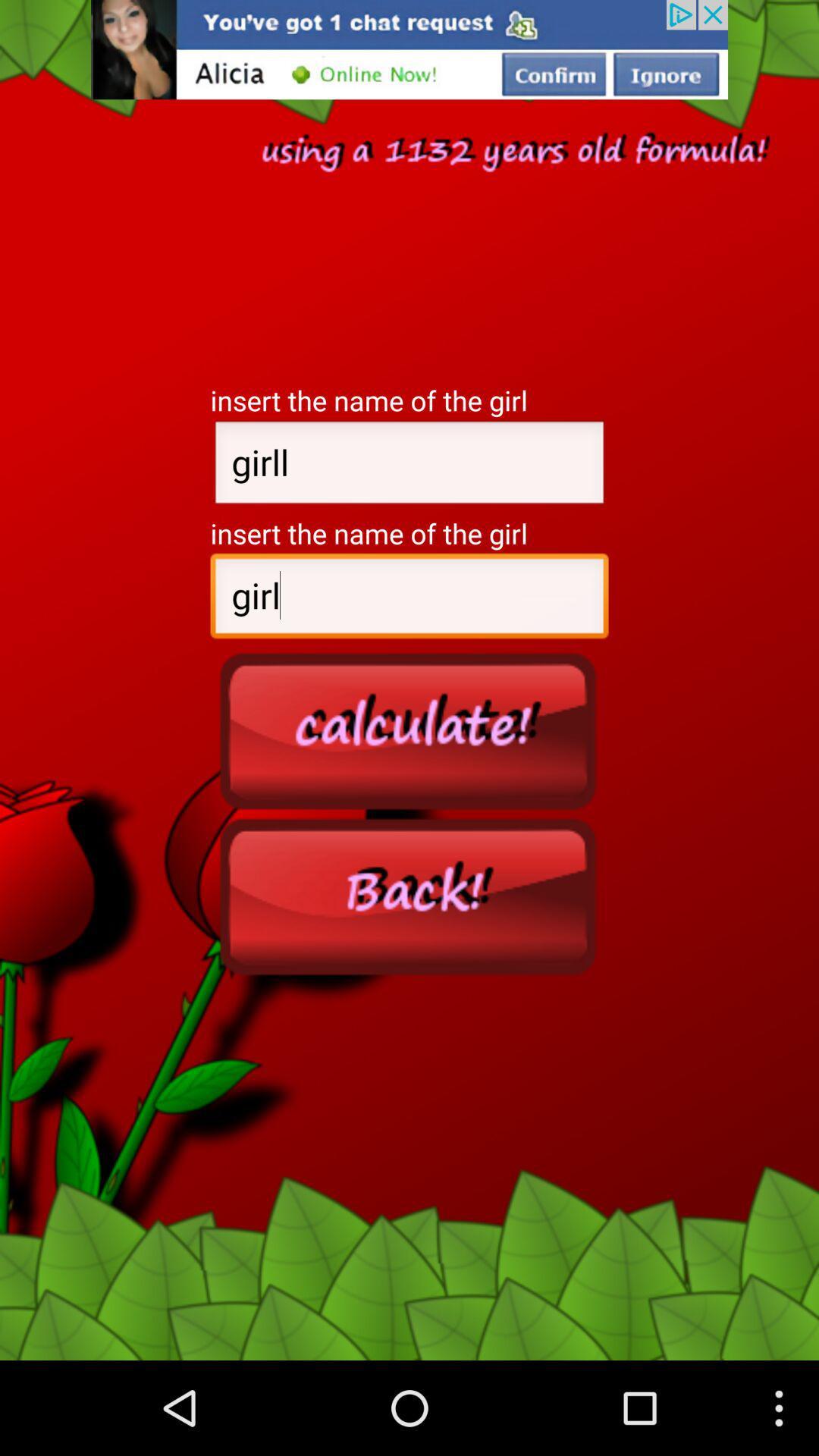 This screenshot has width=819, height=1456. I want to click on pop-up advertisement, so click(409, 49).